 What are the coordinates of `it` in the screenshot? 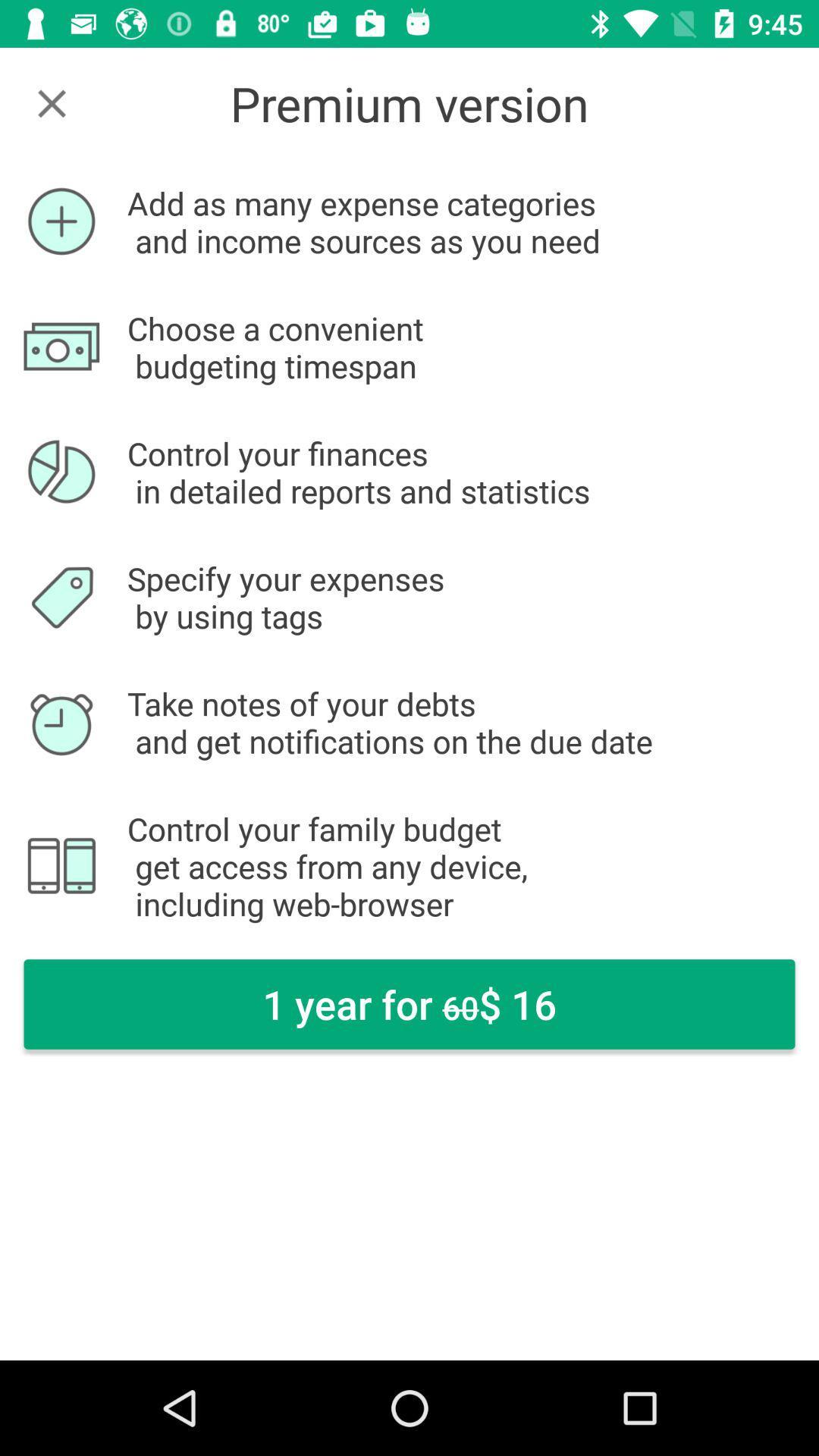 It's located at (51, 102).